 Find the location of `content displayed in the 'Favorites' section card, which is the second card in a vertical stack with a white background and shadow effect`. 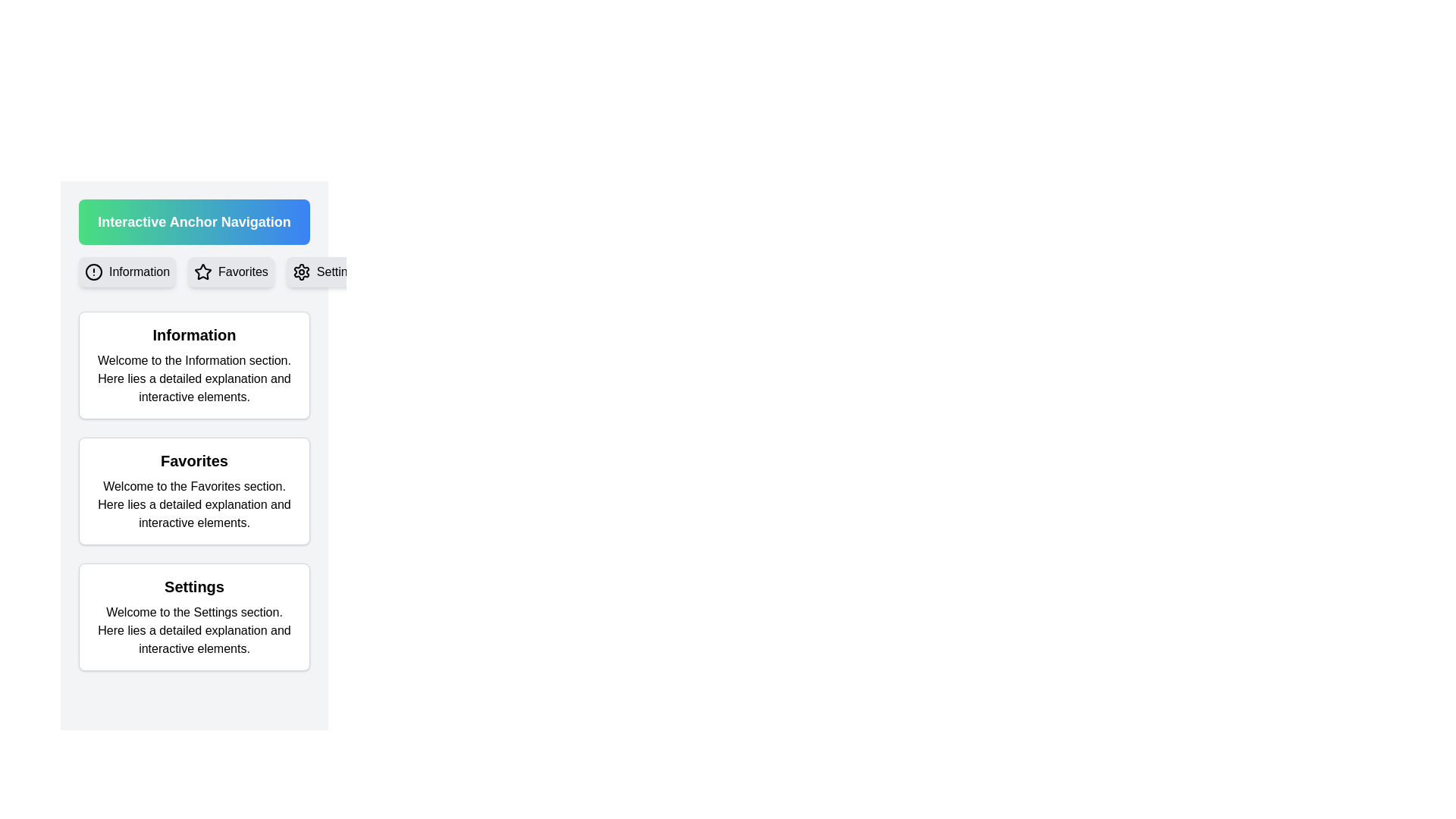

content displayed in the 'Favorites' section card, which is the second card in a vertical stack with a white background and shadow effect is located at coordinates (193, 491).